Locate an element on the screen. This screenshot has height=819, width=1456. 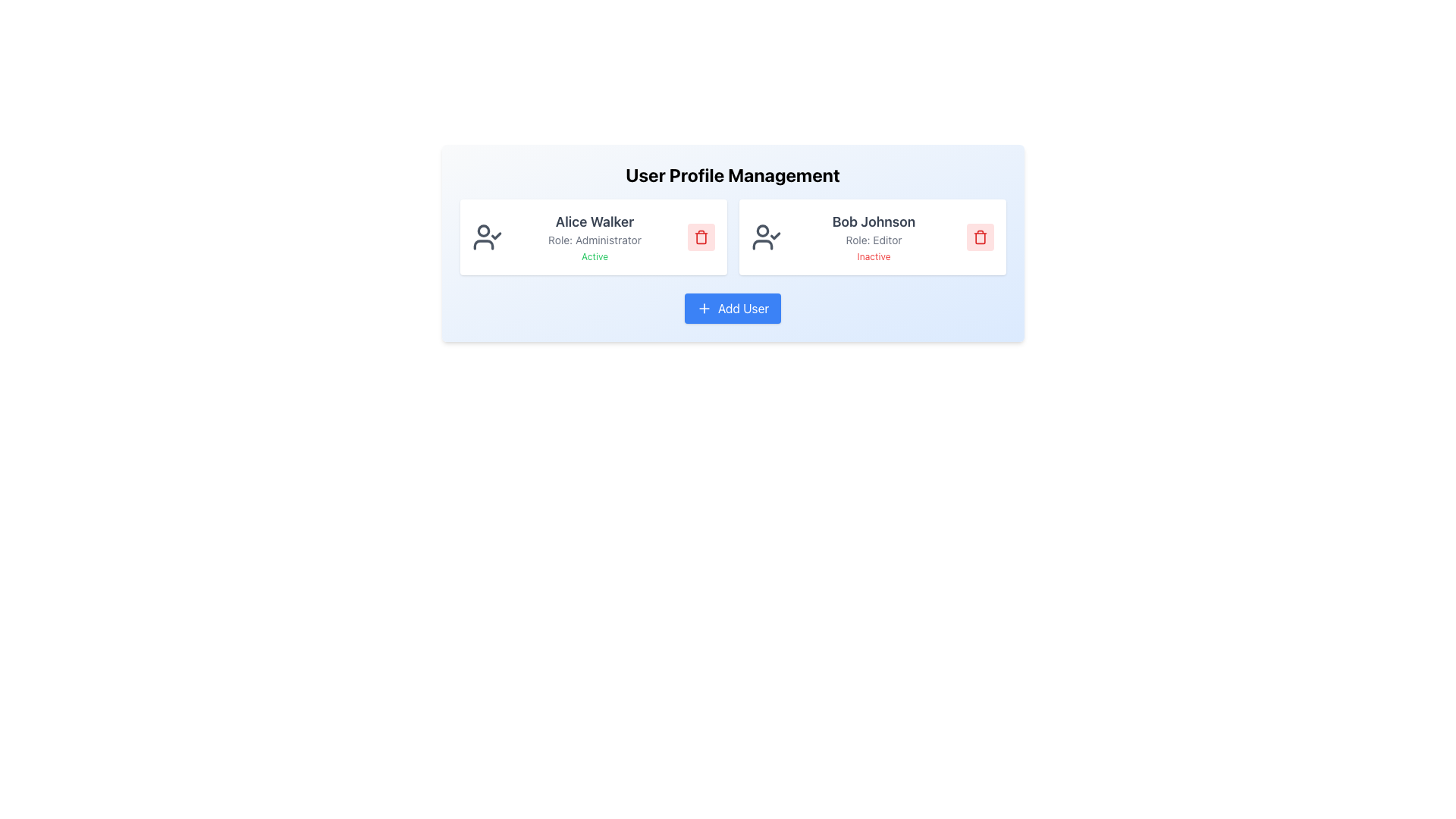
the blue button labeled 'Add User' that contains a small plus sign icon in the center is located at coordinates (703, 308).